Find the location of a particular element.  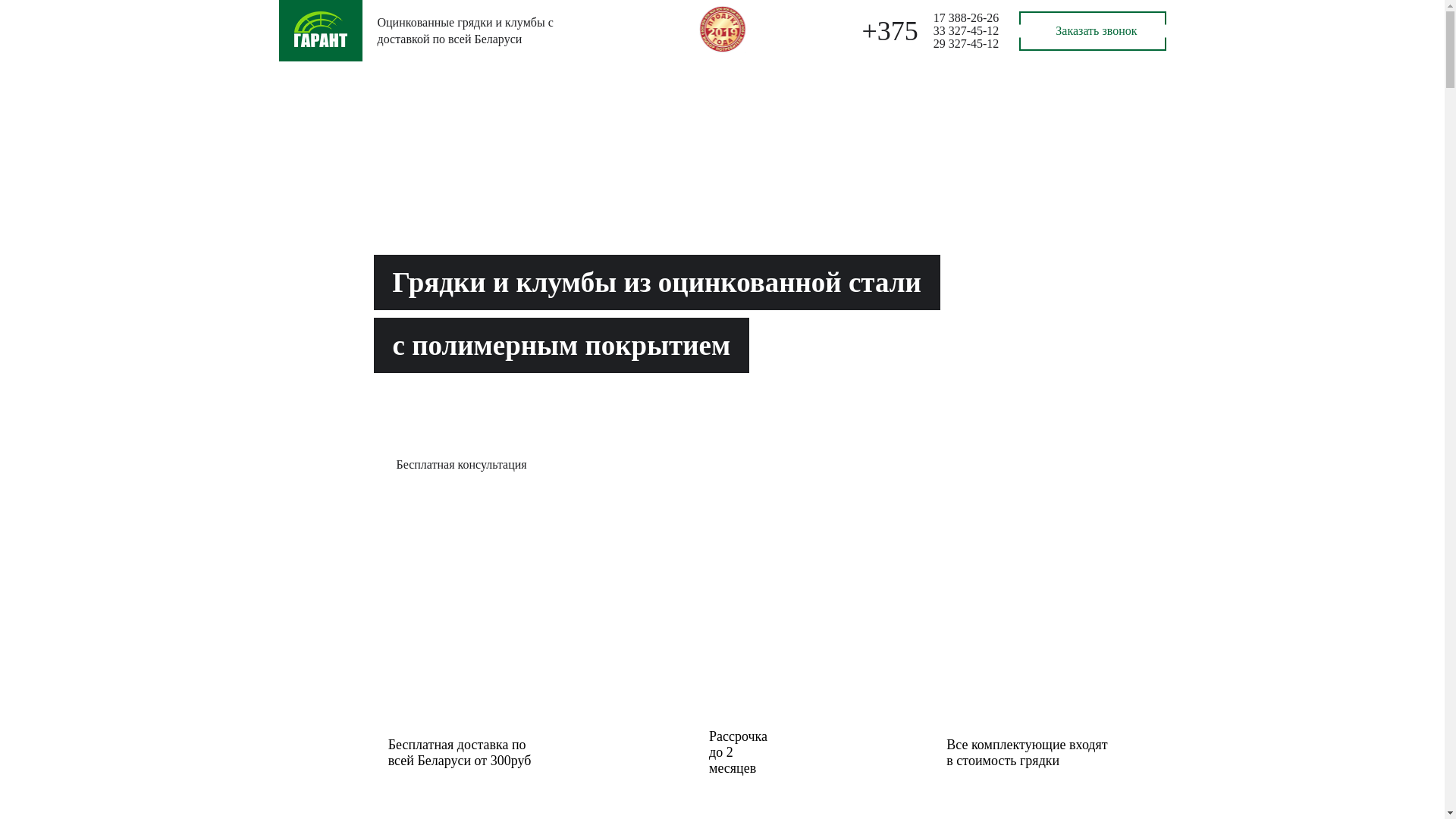

'17 388-26-26' is located at coordinates (965, 17).